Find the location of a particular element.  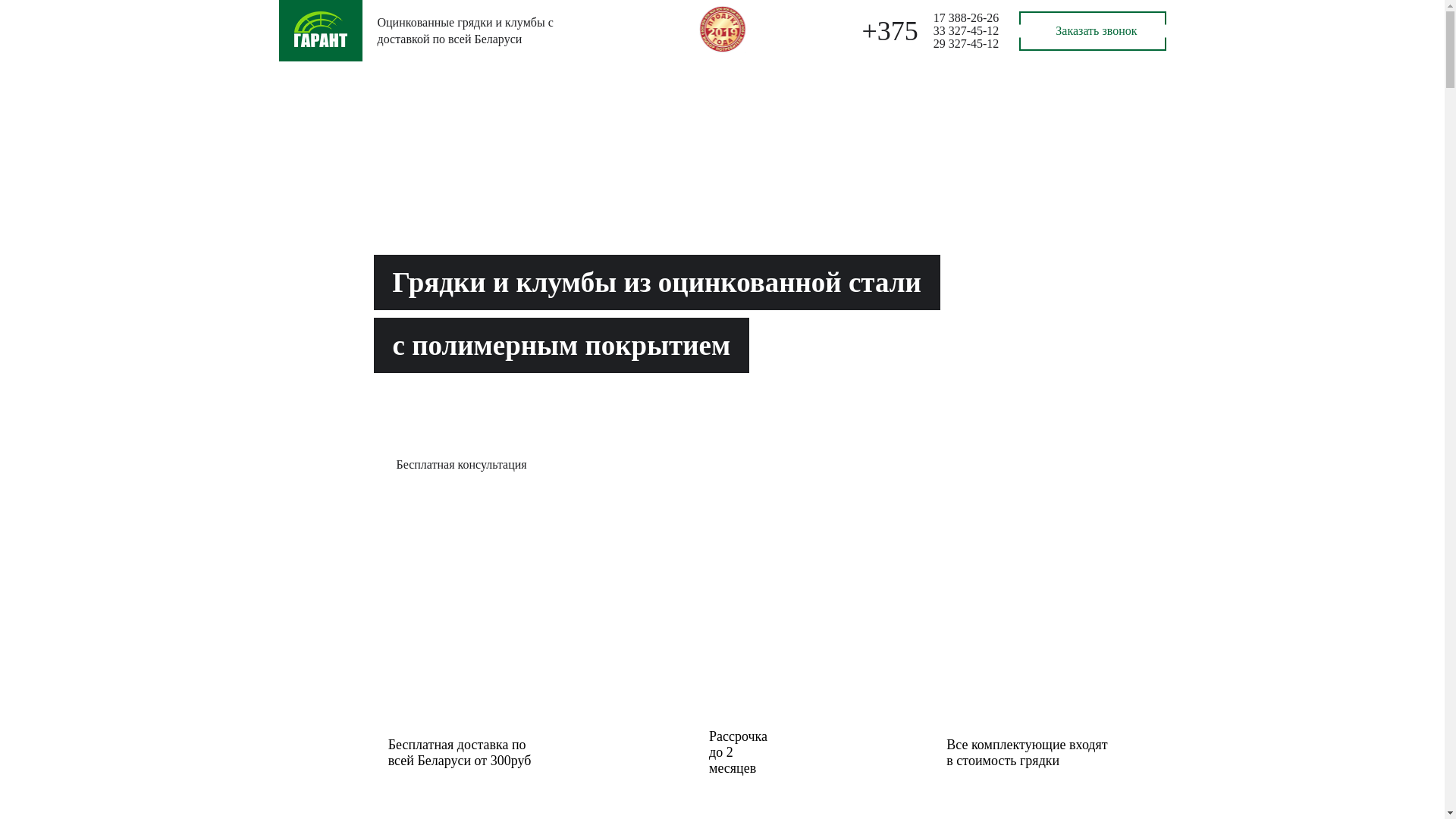

'17 388-26-26' is located at coordinates (965, 17).